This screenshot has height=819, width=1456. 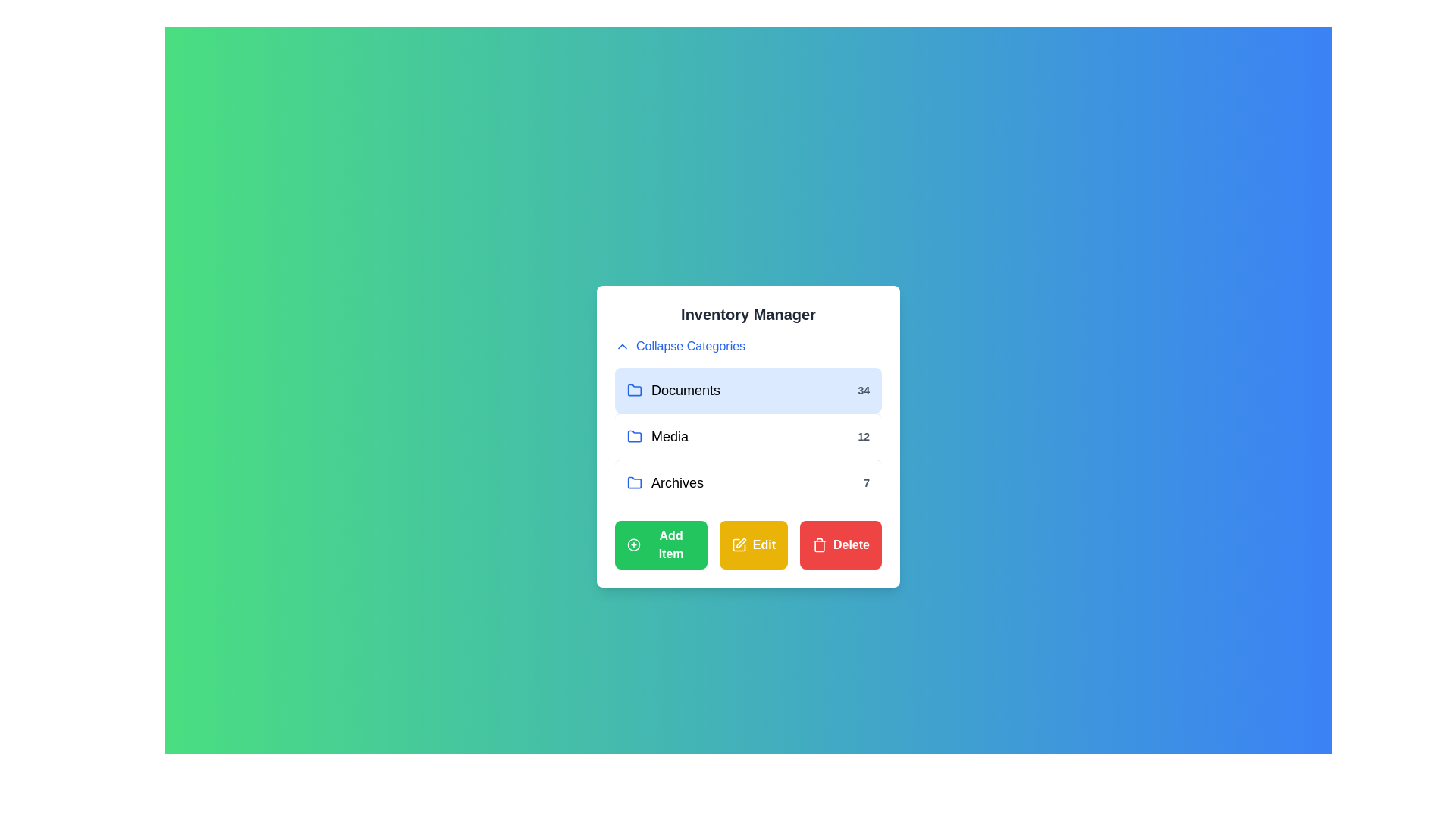 What do you see at coordinates (748, 482) in the screenshot?
I see `the category Archives from the list of categories` at bounding box center [748, 482].